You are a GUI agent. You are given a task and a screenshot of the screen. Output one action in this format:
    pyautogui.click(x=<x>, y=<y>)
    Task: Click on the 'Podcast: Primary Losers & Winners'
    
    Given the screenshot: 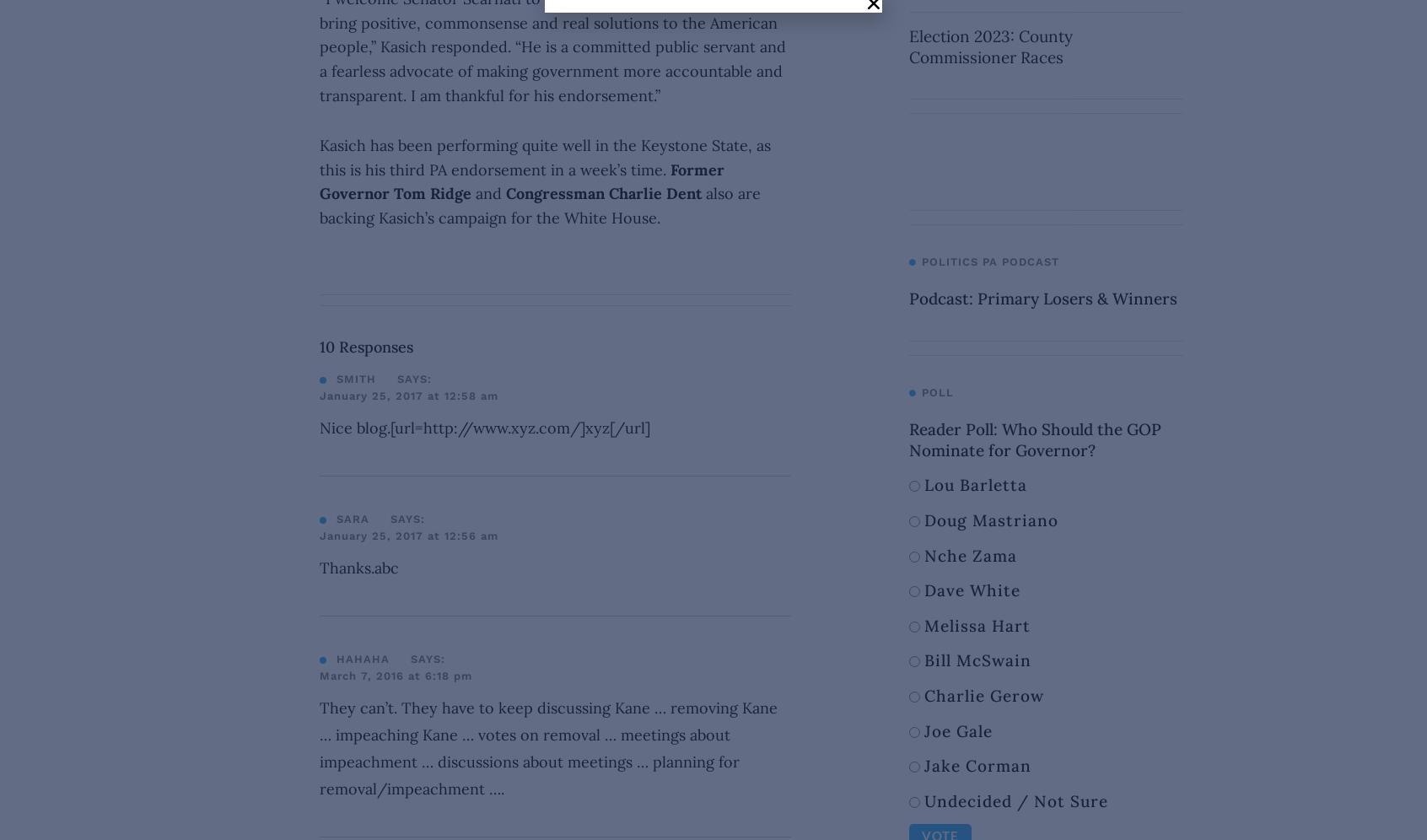 What is the action you would take?
    pyautogui.click(x=1042, y=298)
    